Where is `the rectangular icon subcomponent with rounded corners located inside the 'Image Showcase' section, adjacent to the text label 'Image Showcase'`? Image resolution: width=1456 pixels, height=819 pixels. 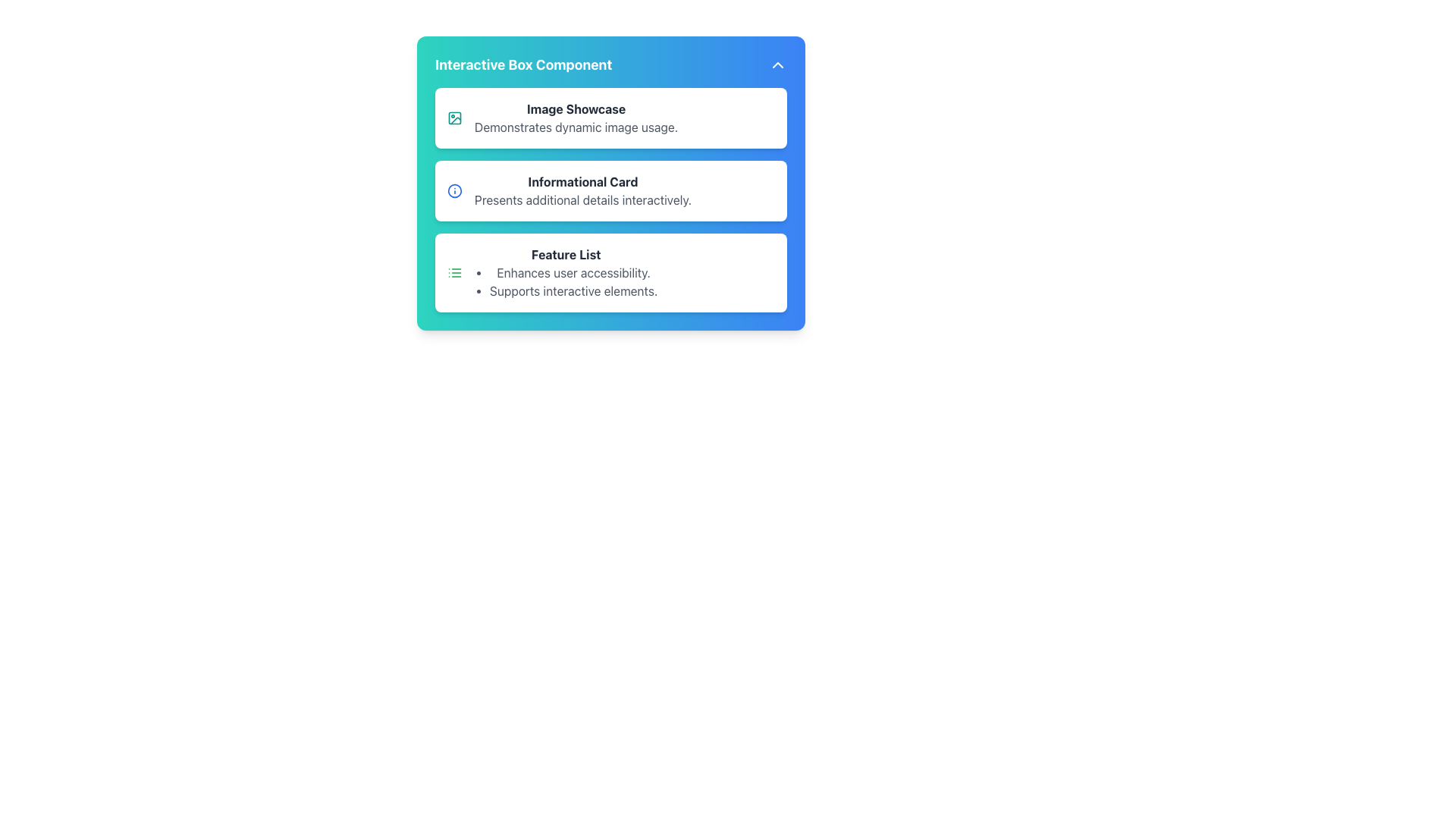 the rectangular icon subcomponent with rounded corners located inside the 'Image Showcase' section, adjacent to the text label 'Image Showcase' is located at coordinates (454, 117).